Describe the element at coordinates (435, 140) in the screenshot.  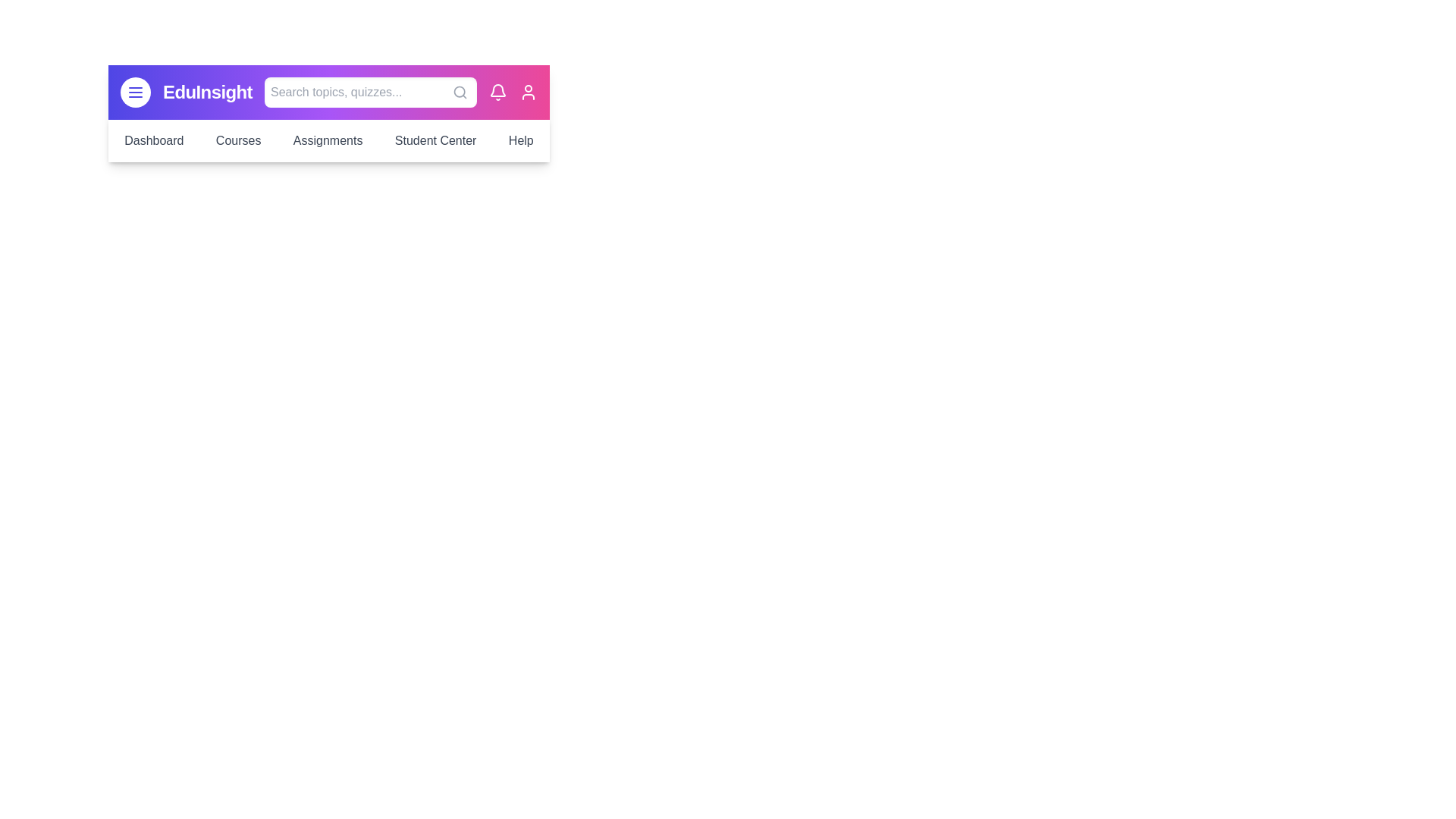
I see `the menu item Student Center to navigate to the corresponding section` at that location.